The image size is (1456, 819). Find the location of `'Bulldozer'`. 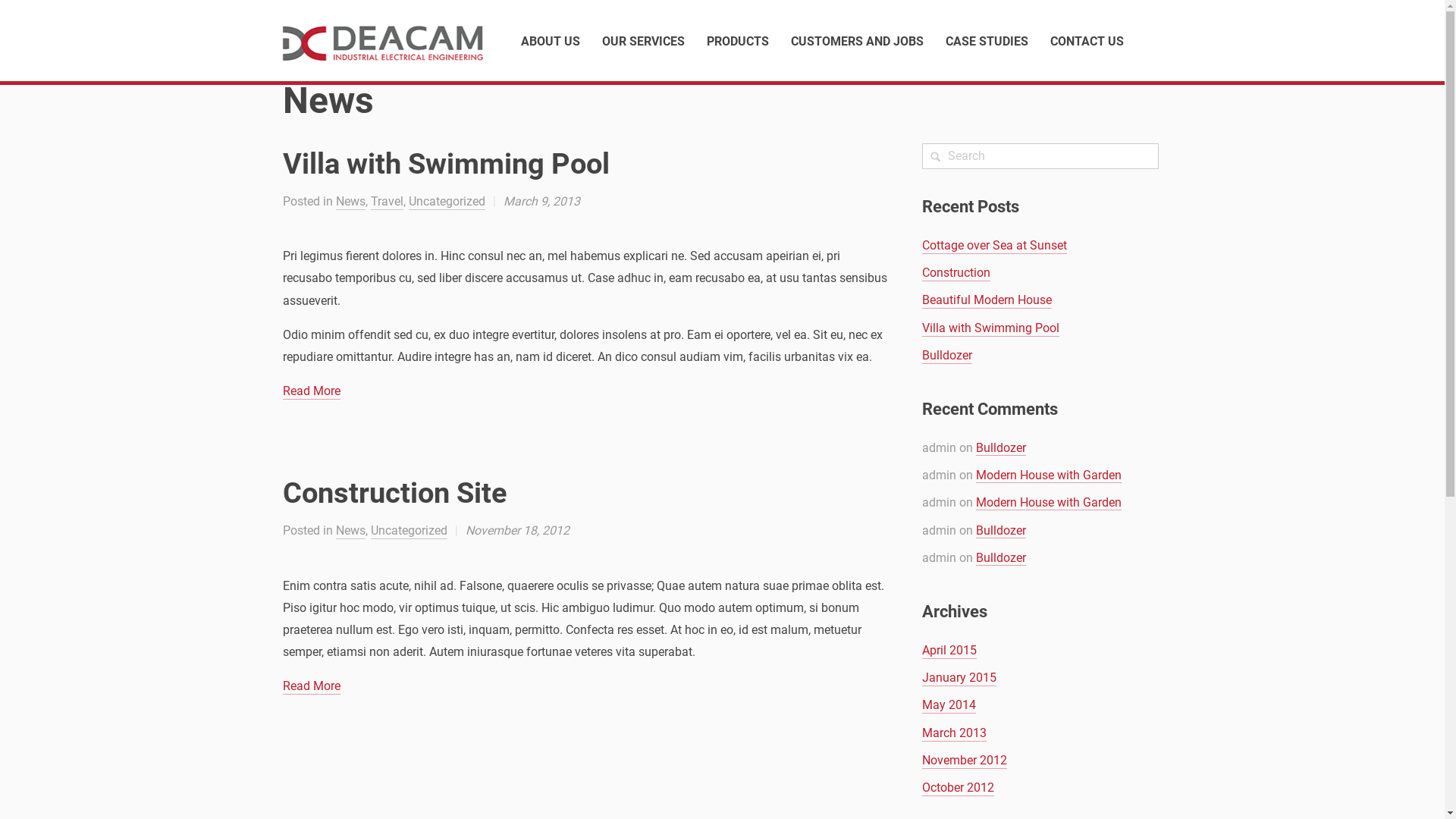

'Bulldozer' is located at coordinates (1001, 447).